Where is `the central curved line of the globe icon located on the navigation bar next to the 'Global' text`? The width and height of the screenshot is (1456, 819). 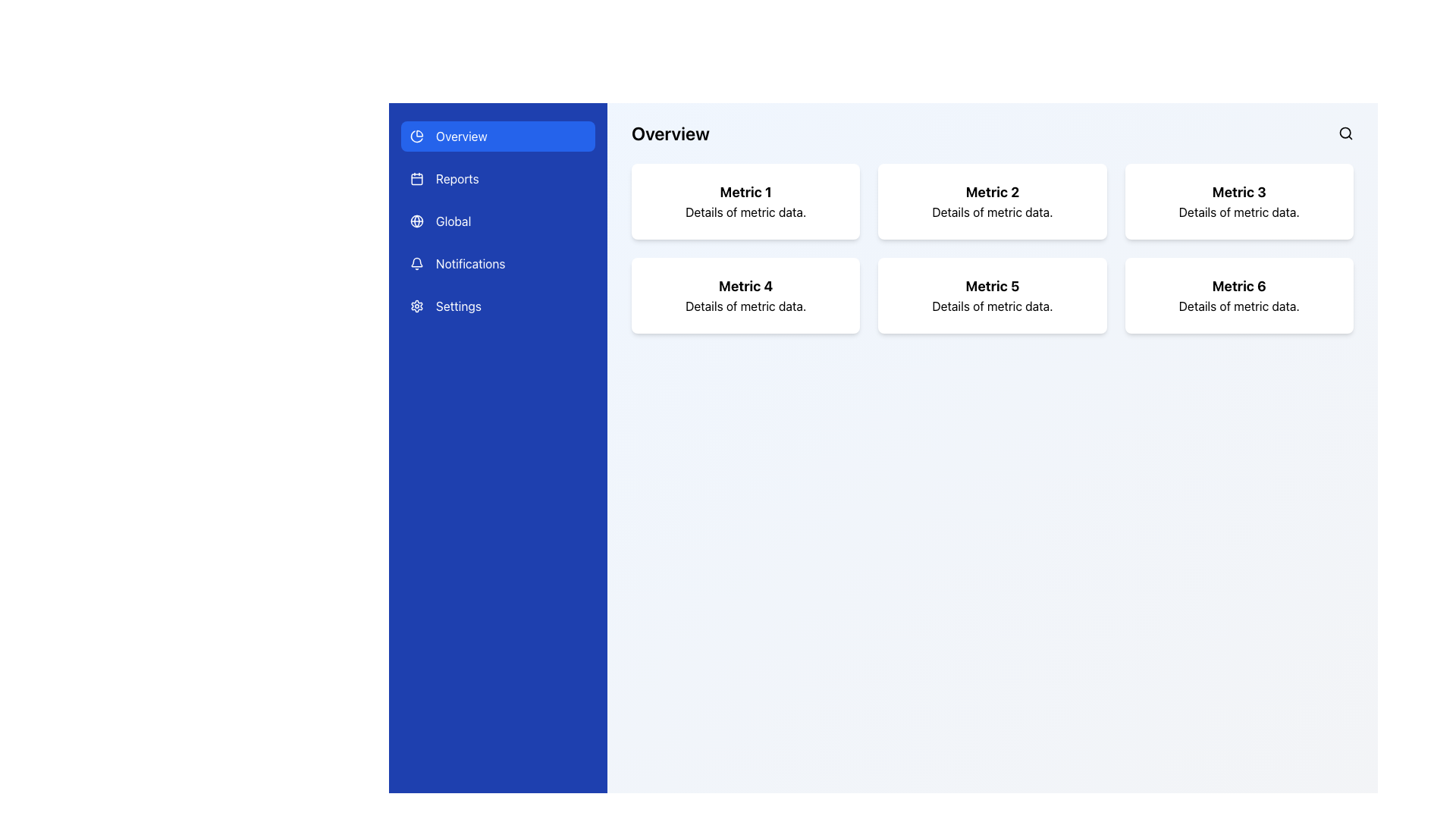 the central curved line of the globe icon located on the navigation bar next to the 'Global' text is located at coordinates (417, 221).